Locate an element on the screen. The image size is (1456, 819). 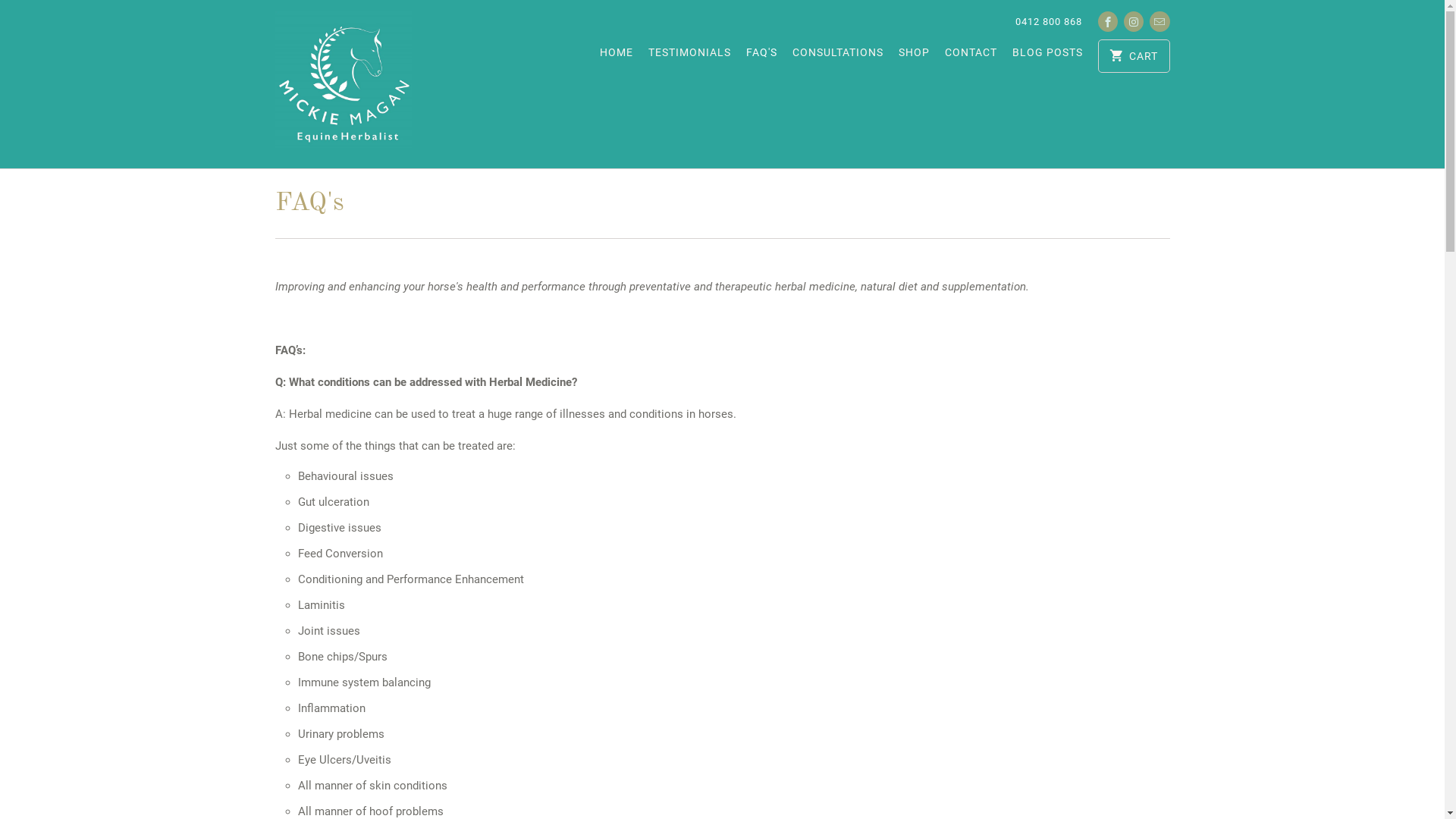
'Mickie Magan Equine Herbalist on Facebook' is located at coordinates (1107, 21).